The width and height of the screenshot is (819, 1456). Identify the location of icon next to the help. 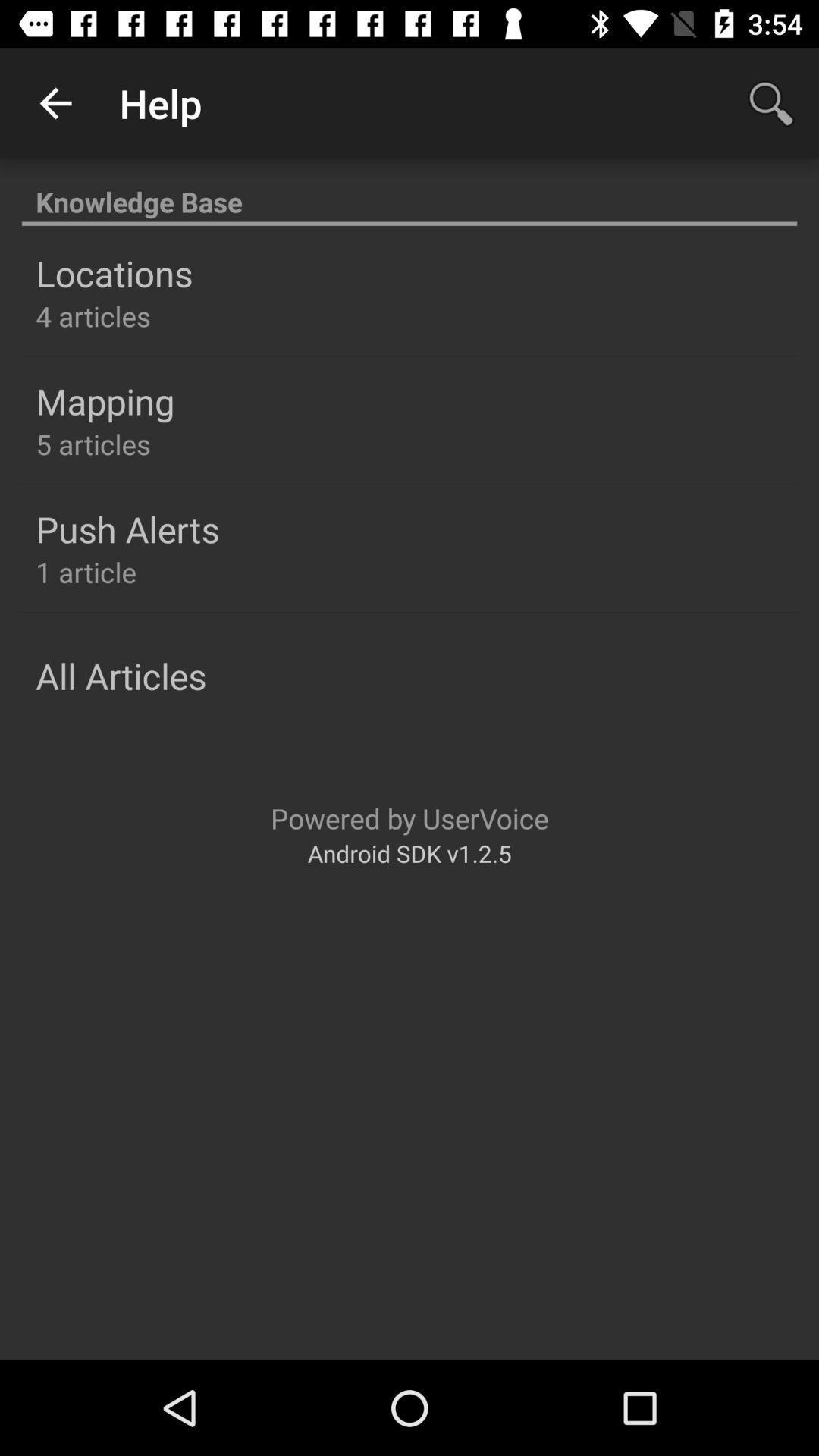
(55, 102).